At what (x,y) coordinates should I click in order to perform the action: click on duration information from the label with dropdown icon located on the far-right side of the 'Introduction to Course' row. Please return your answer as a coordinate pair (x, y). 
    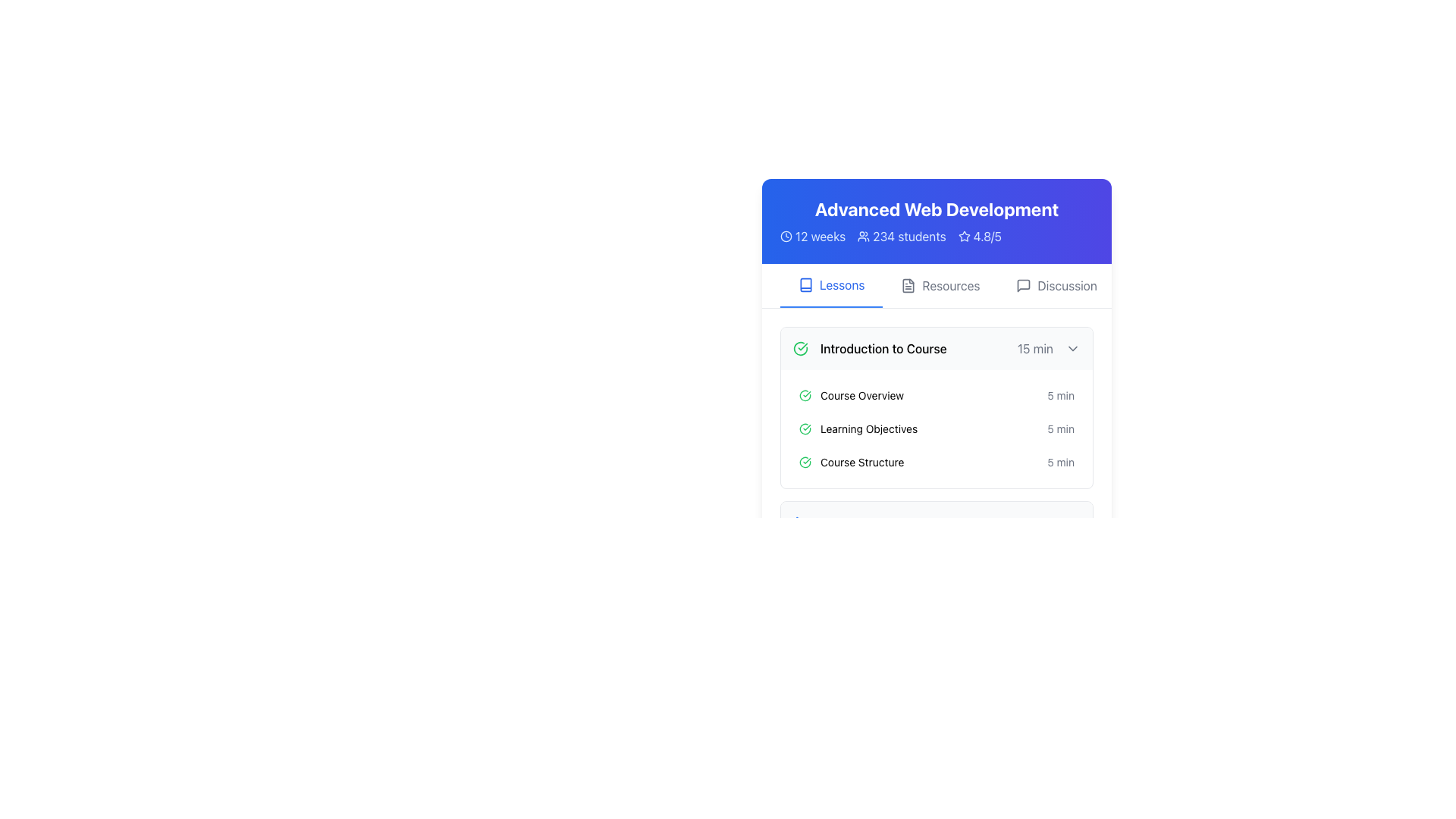
    Looking at the image, I should click on (1048, 348).